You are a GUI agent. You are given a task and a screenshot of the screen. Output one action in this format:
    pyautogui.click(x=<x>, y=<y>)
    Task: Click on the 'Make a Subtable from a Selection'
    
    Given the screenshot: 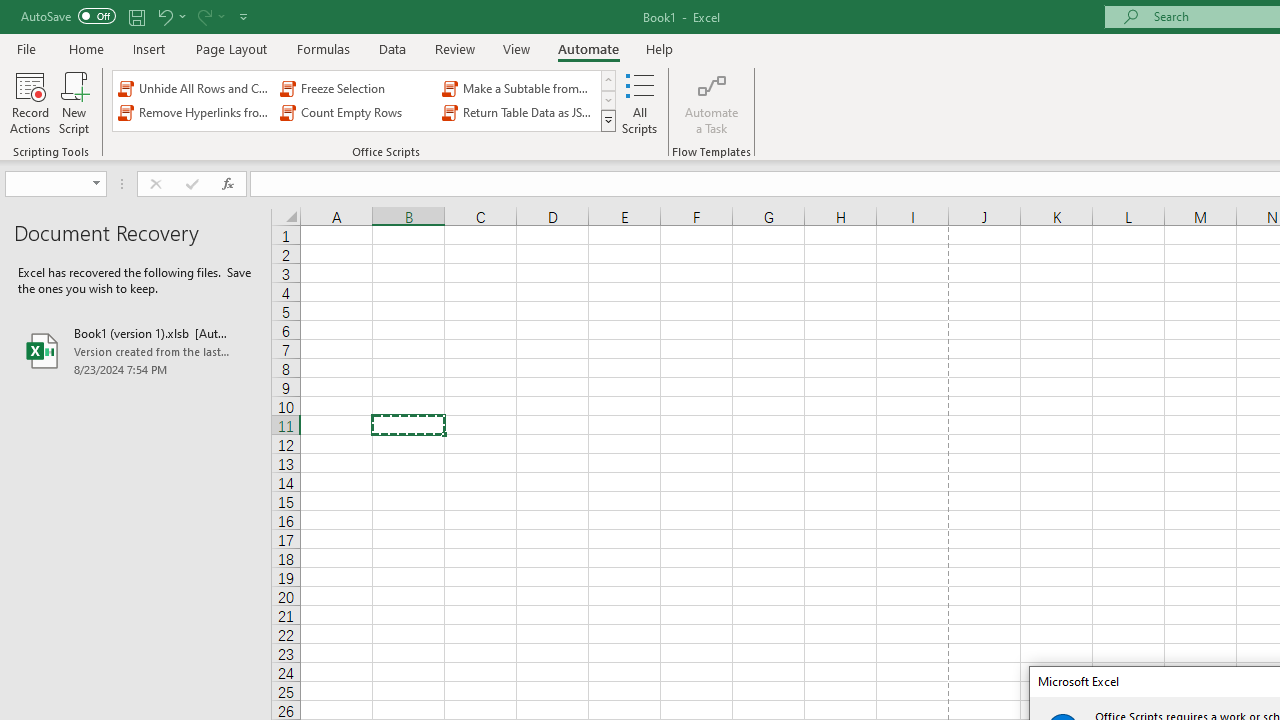 What is the action you would take?
    pyautogui.click(x=519, y=87)
    